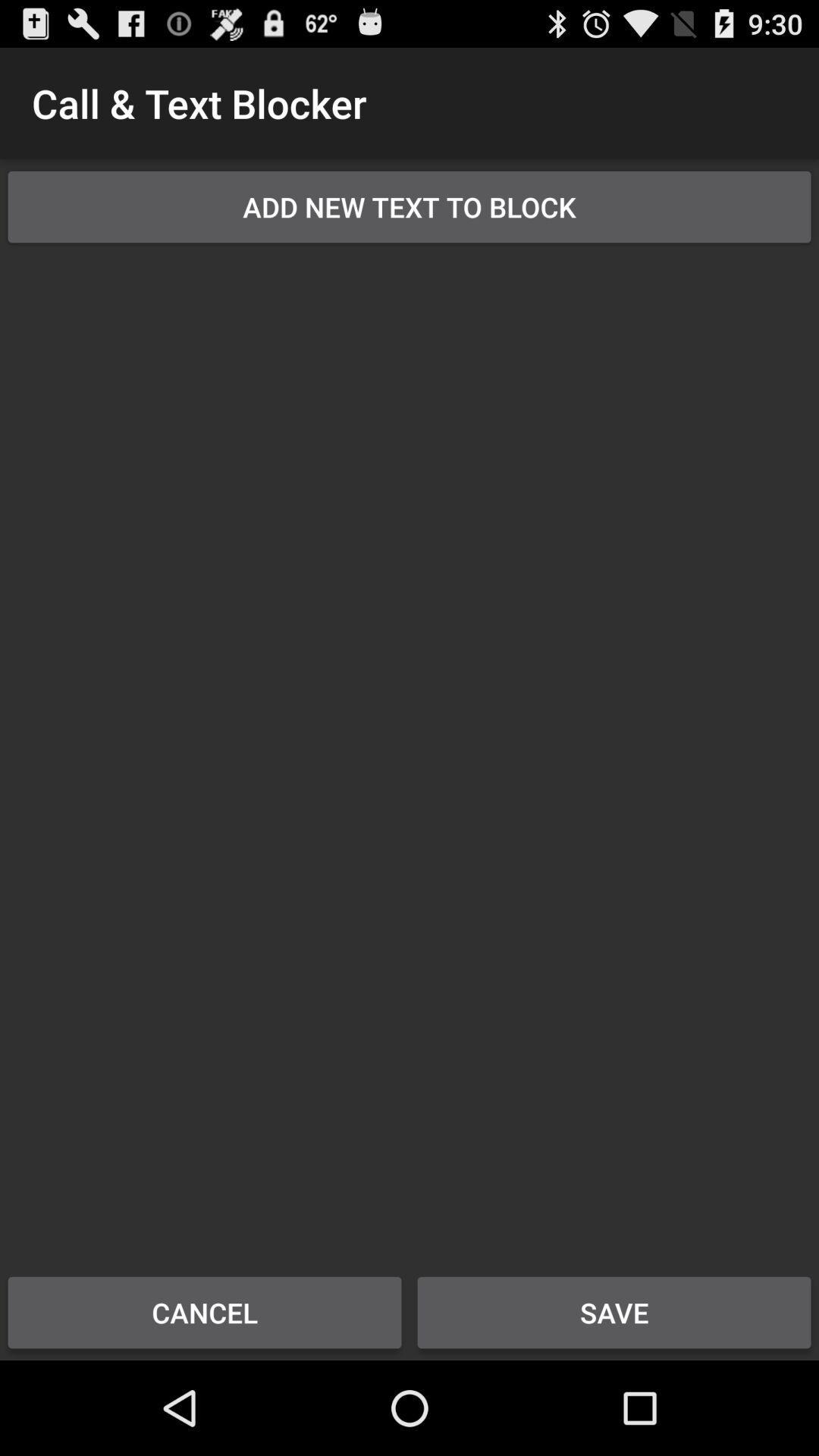  I want to click on item below call & text blocker icon, so click(409, 206).